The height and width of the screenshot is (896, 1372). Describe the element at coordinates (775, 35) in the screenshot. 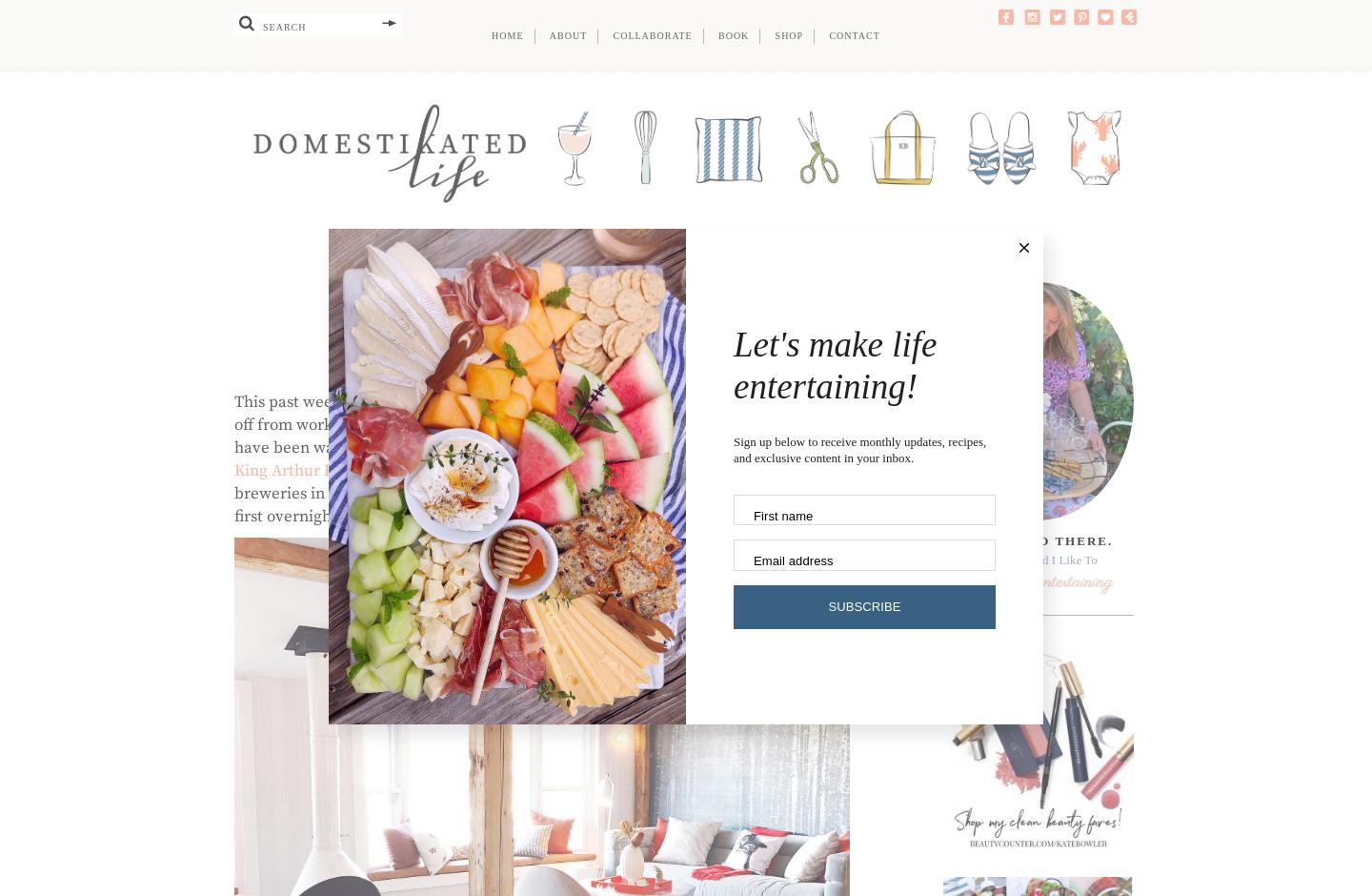

I see `'Shop'` at that location.